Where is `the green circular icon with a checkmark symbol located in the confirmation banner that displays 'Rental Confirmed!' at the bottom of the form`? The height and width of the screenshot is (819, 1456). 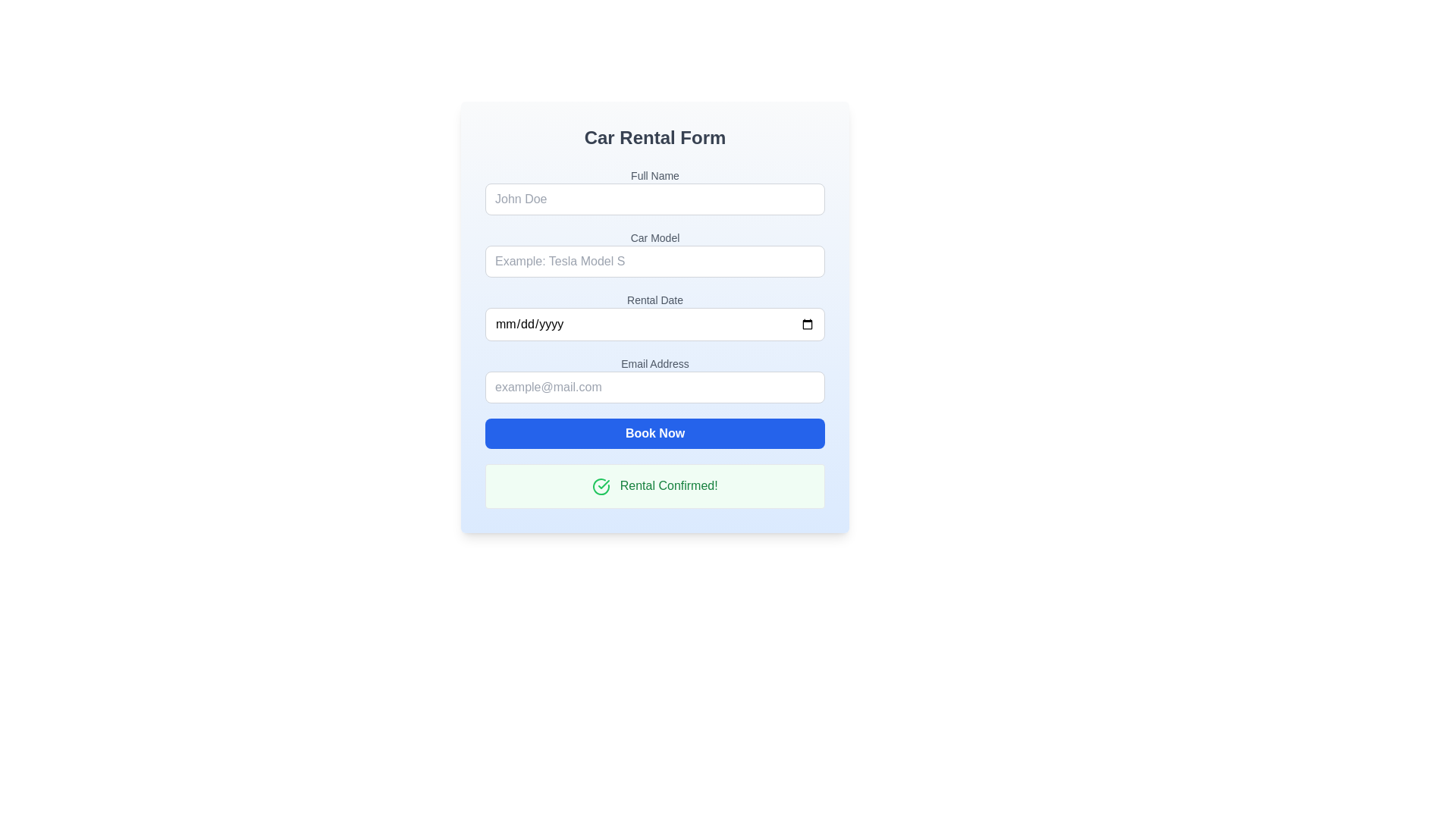 the green circular icon with a checkmark symbol located in the confirmation banner that displays 'Rental Confirmed!' at the bottom of the form is located at coordinates (601, 486).